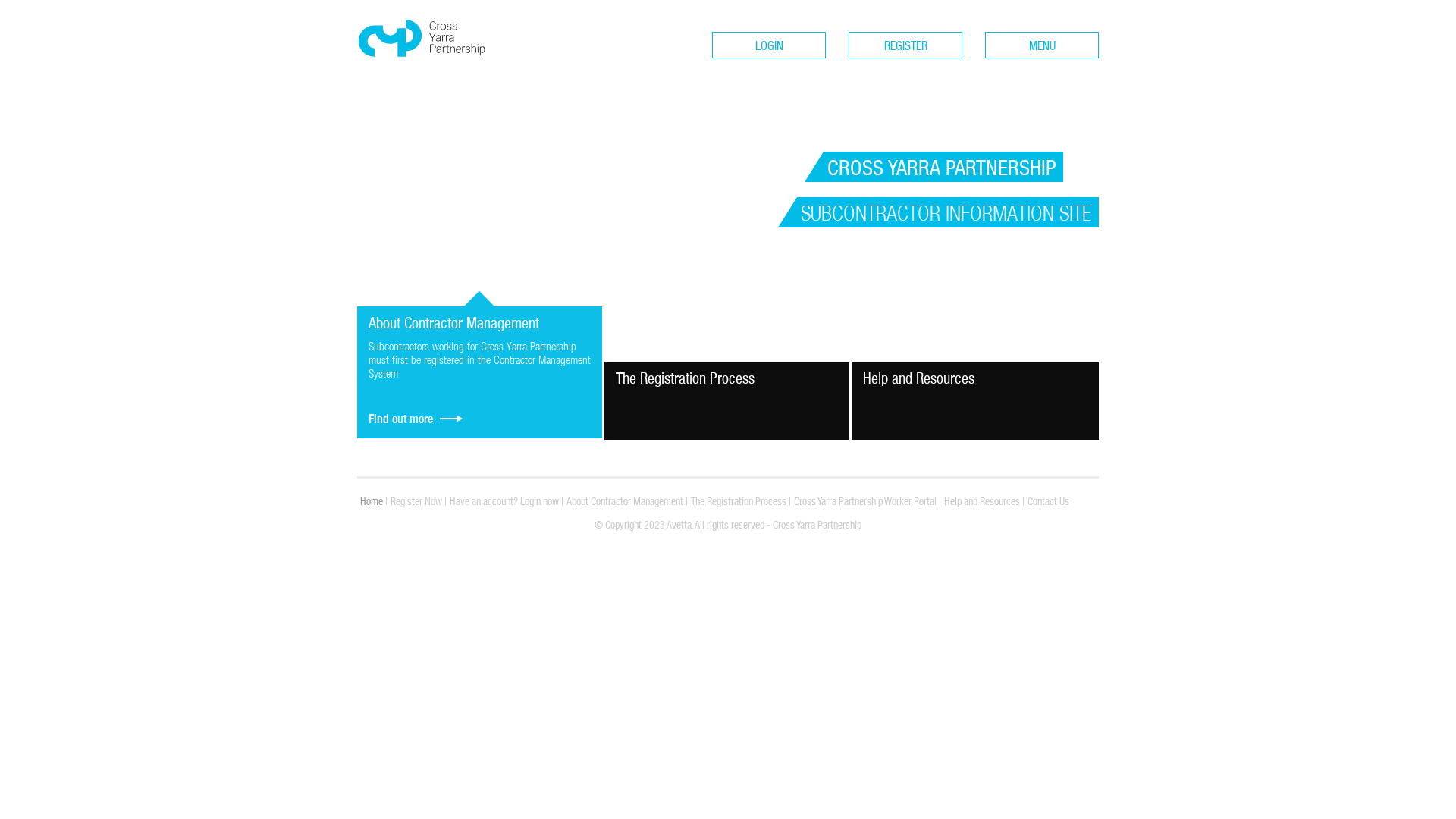  What do you see at coordinates (768, 44) in the screenshot?
I see `'LOGIN'` at bounding box center [768, 44].